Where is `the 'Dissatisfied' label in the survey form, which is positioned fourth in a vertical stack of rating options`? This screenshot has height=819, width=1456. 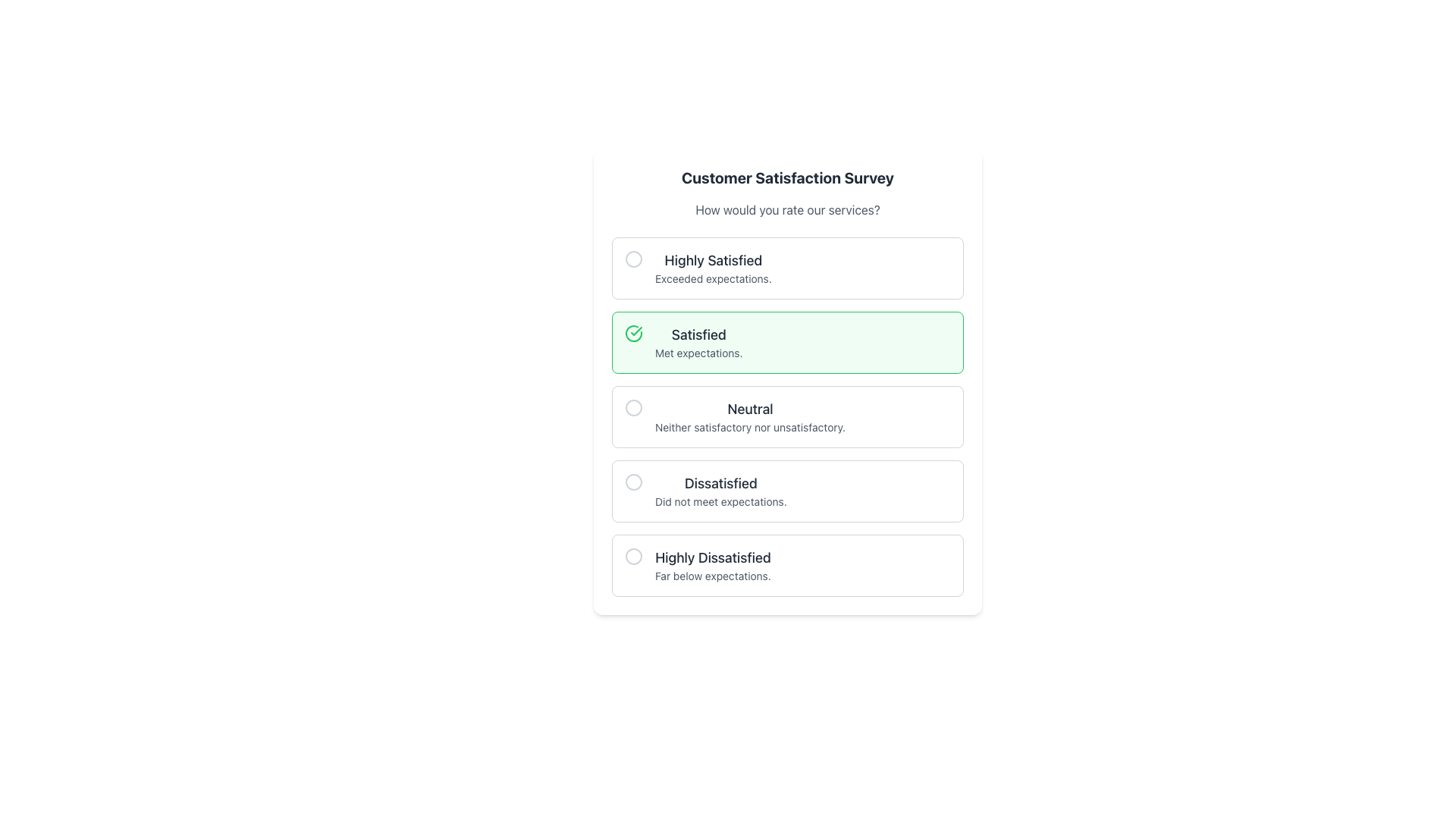
the 'Dissatisfied' label in the survey form, which is positioned fourth in a vertical stack of rating options is located at coordinates (720, 483).